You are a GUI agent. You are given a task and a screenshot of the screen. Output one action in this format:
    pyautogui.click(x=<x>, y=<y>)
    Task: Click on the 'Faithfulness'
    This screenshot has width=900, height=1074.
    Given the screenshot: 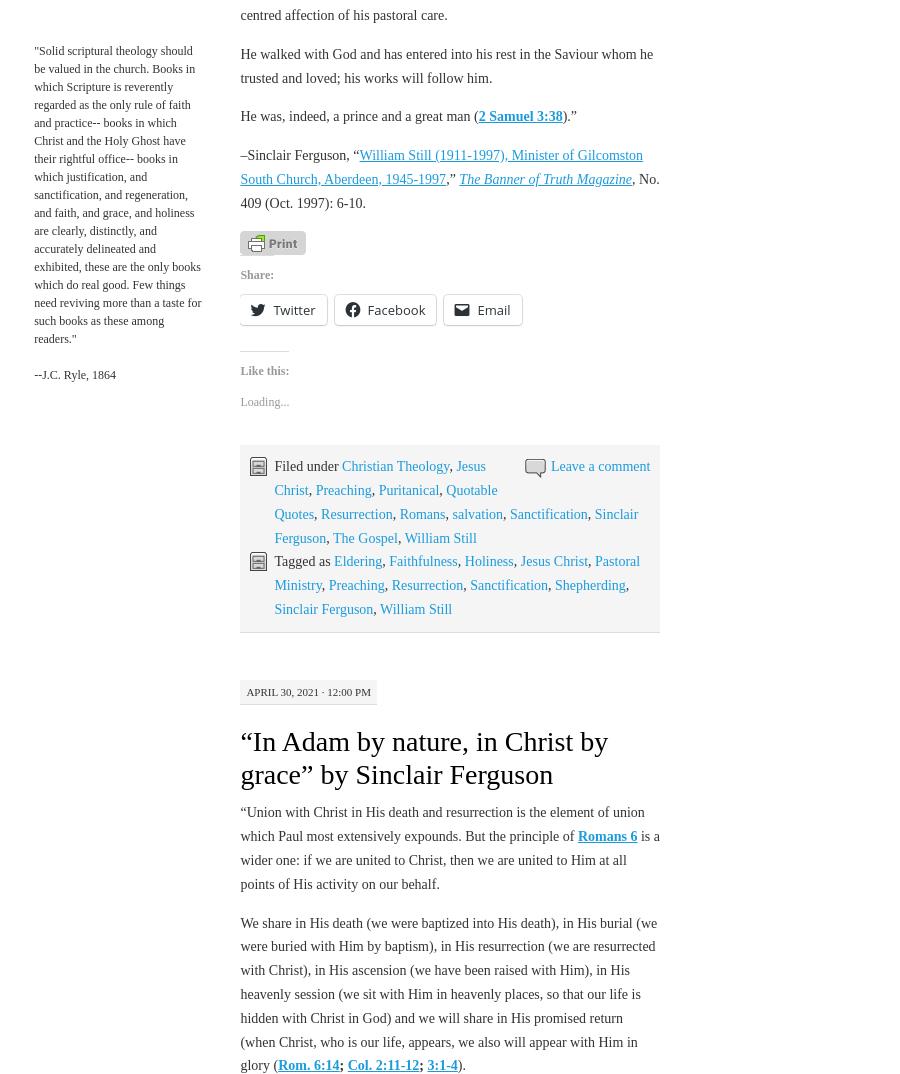 What is the action you would take?
    pyautogui.click(x=388, y=560)
    